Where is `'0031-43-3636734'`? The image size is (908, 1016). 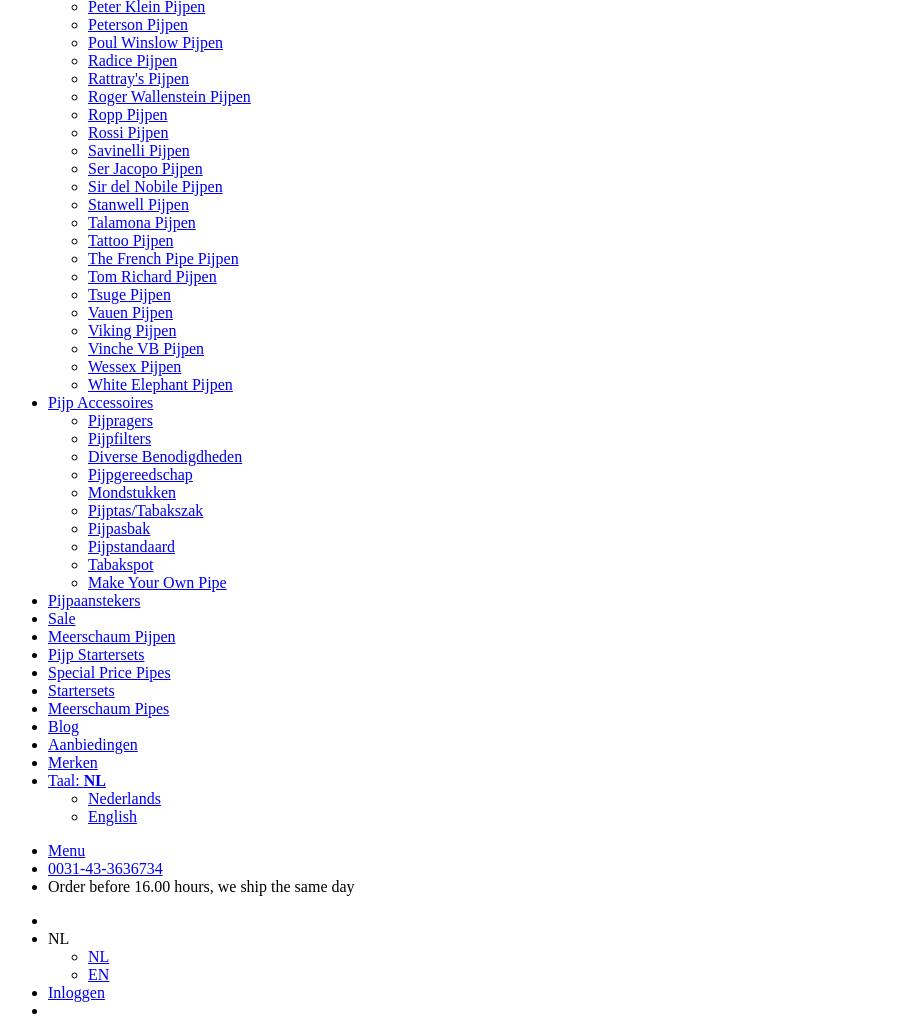
'0031-43-3636734' is located at coordinates (103, 868).